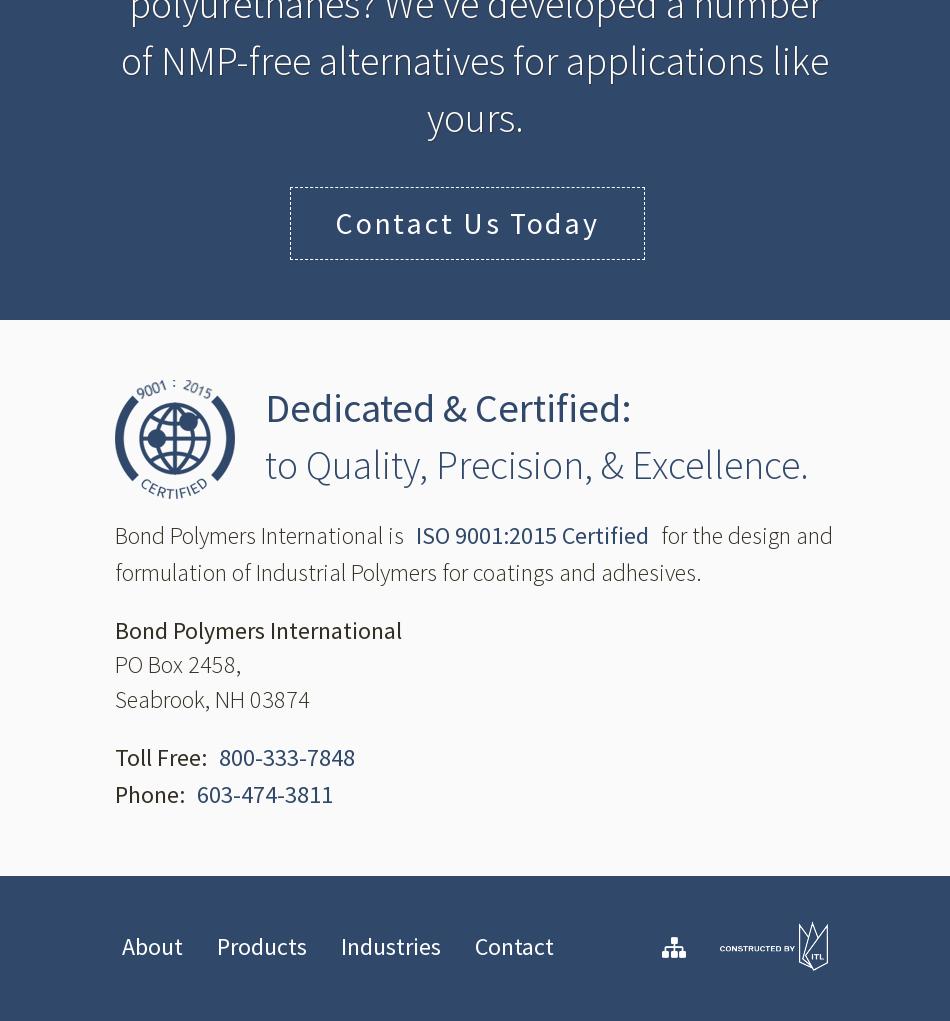  What do you see at coordinates (514, 944) in the screenshot?
I see `'Contact'` at bounding box center [514, 944].